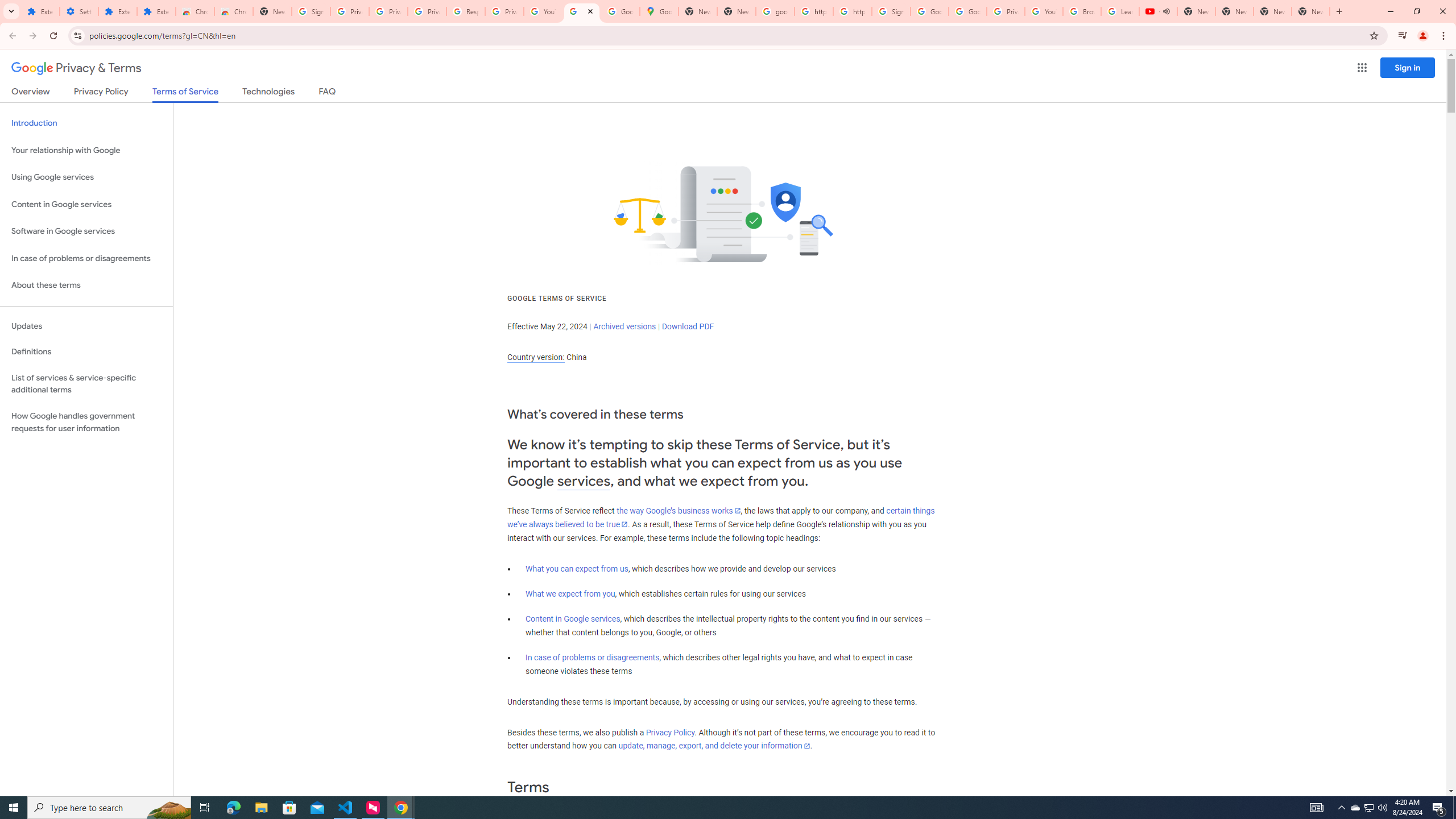 The height and width of the screenshot is (819, 1456). Describe the element at coordinates (1310, 11) in the screenshot. I see `'New Tab'` at that location.